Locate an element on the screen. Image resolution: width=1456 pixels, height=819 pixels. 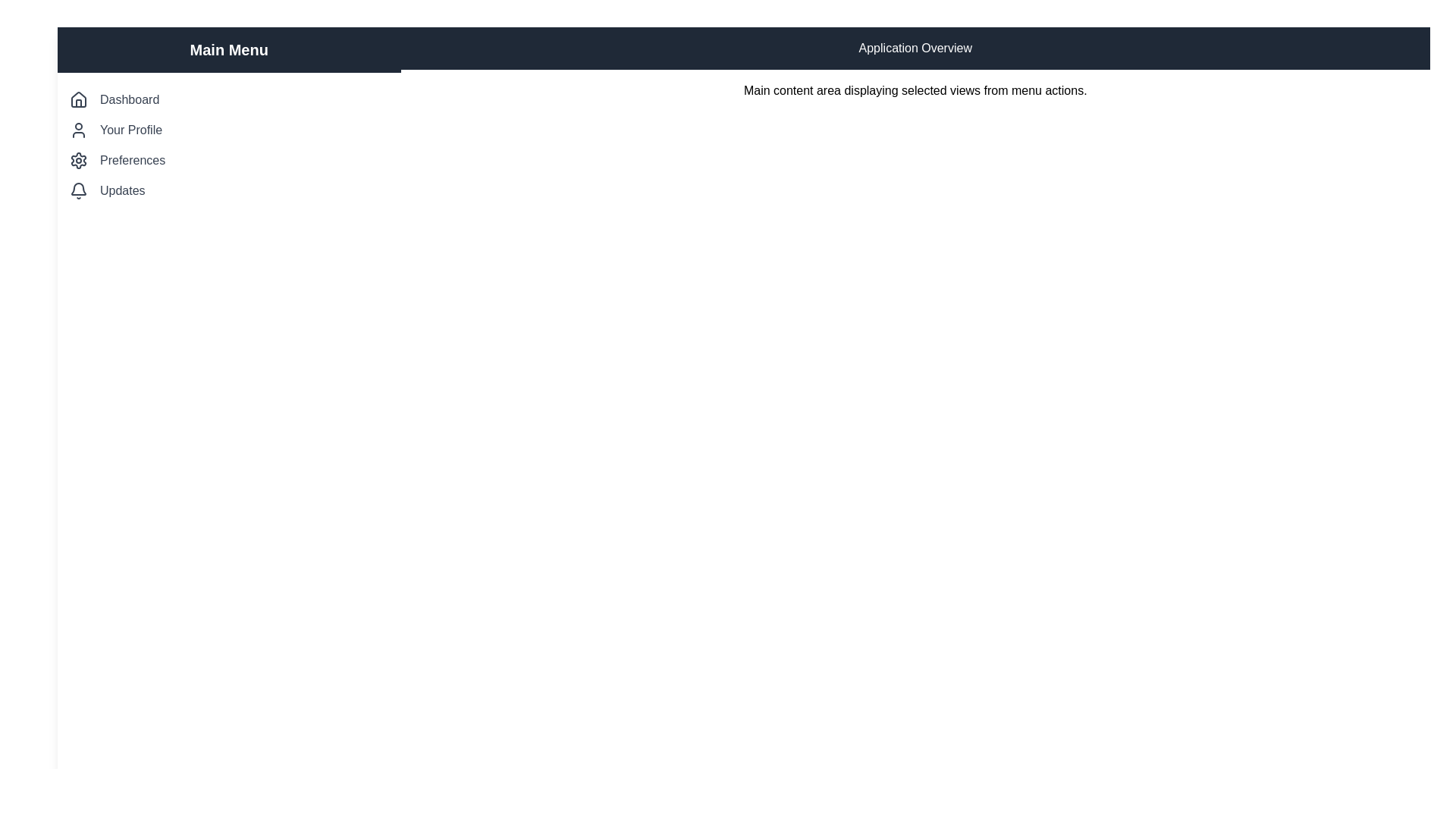
the 'Preferences' text label in the vertical navigation menu is located at coordinates (133, 161).